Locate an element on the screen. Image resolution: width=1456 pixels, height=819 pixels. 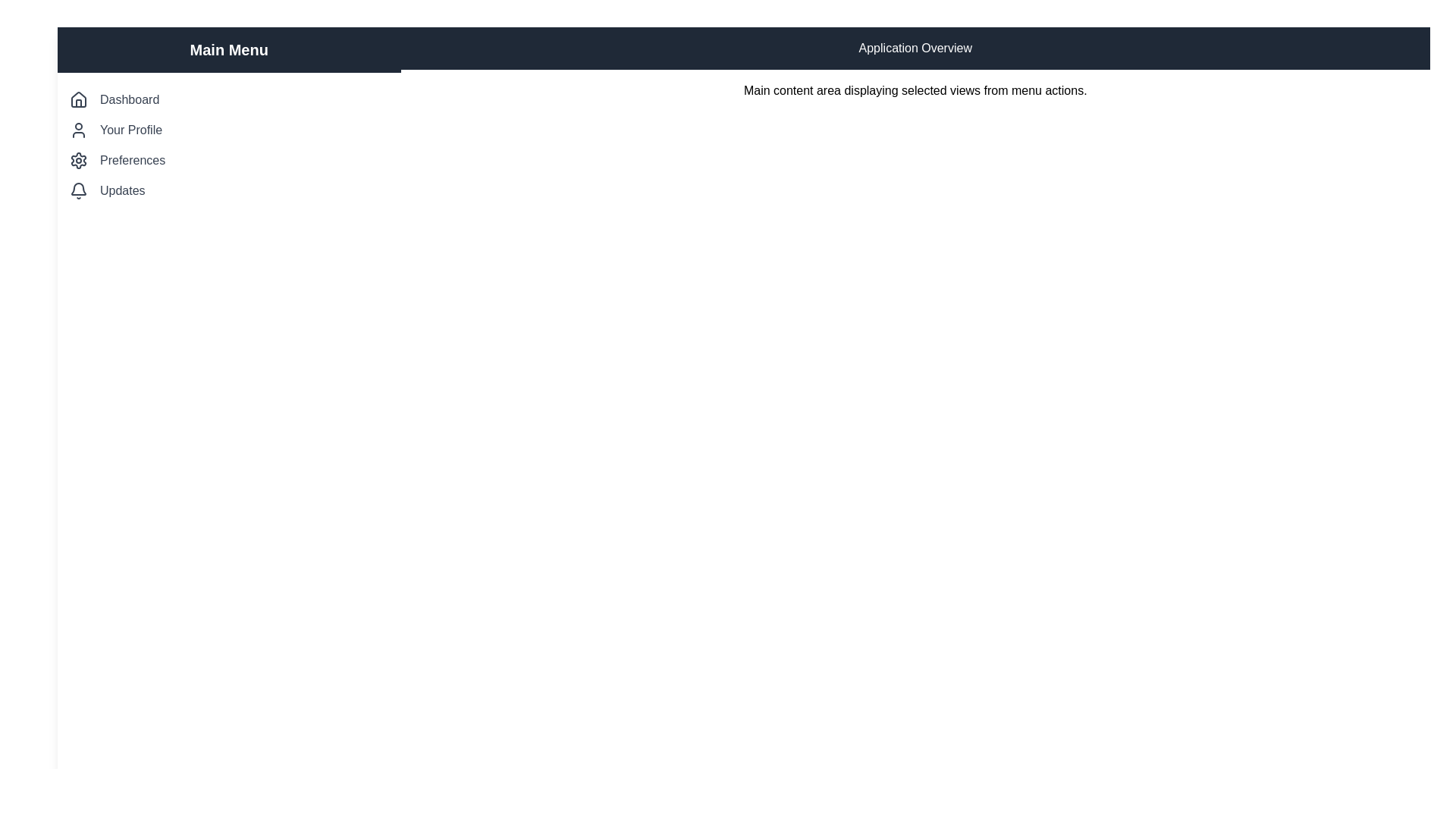
the 'Preferences' text label in the vertical navigation menu is located at coordinates (133, 161).